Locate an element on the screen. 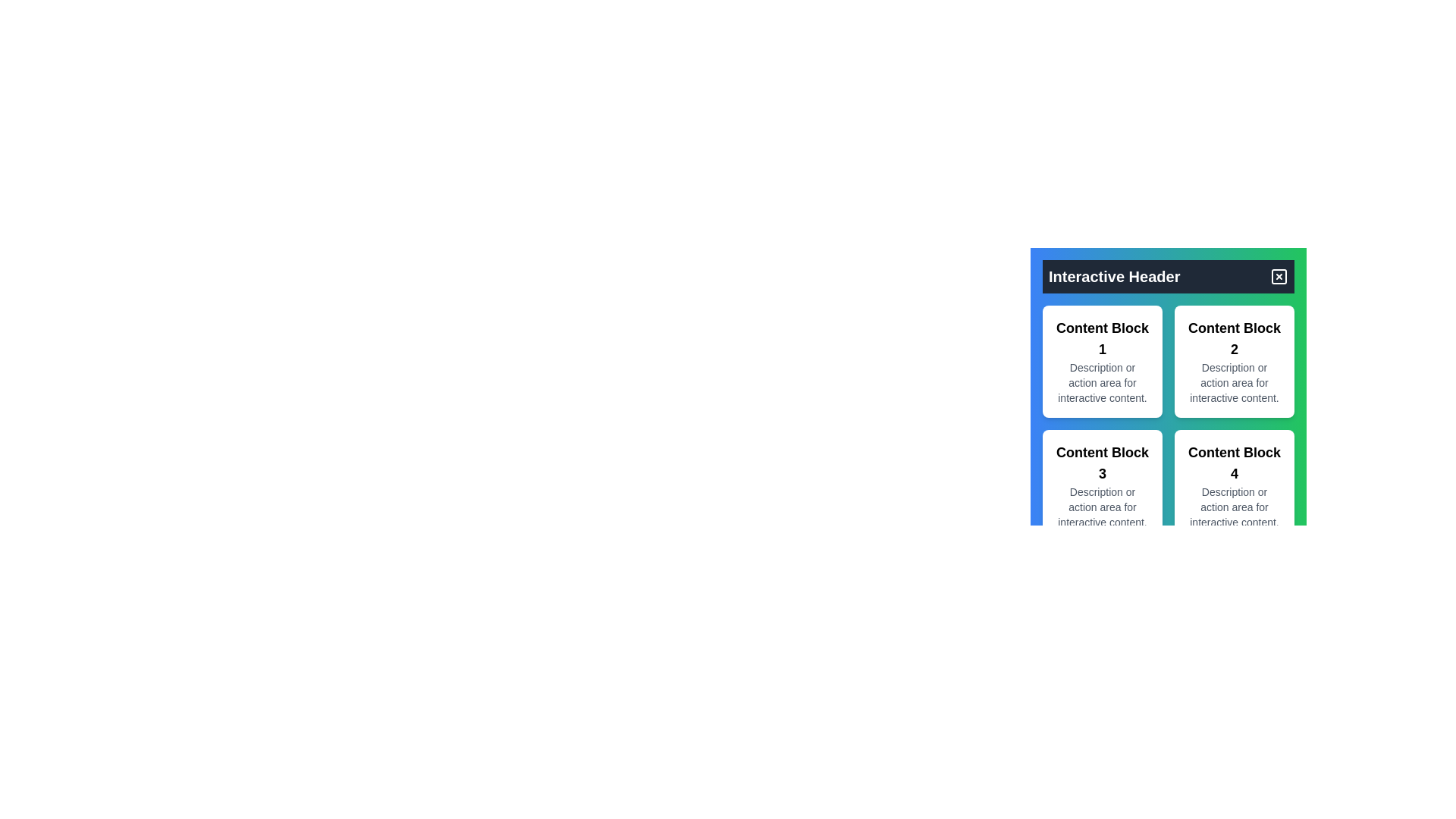 Image resolution: width=1456 pixels, height=819 pixels. the text node styled with a small font size and gray color that contains the text 'Description or action area for interactive content.' located below the bold title 'Content Block 3' is located at coordinates (1103, 507).